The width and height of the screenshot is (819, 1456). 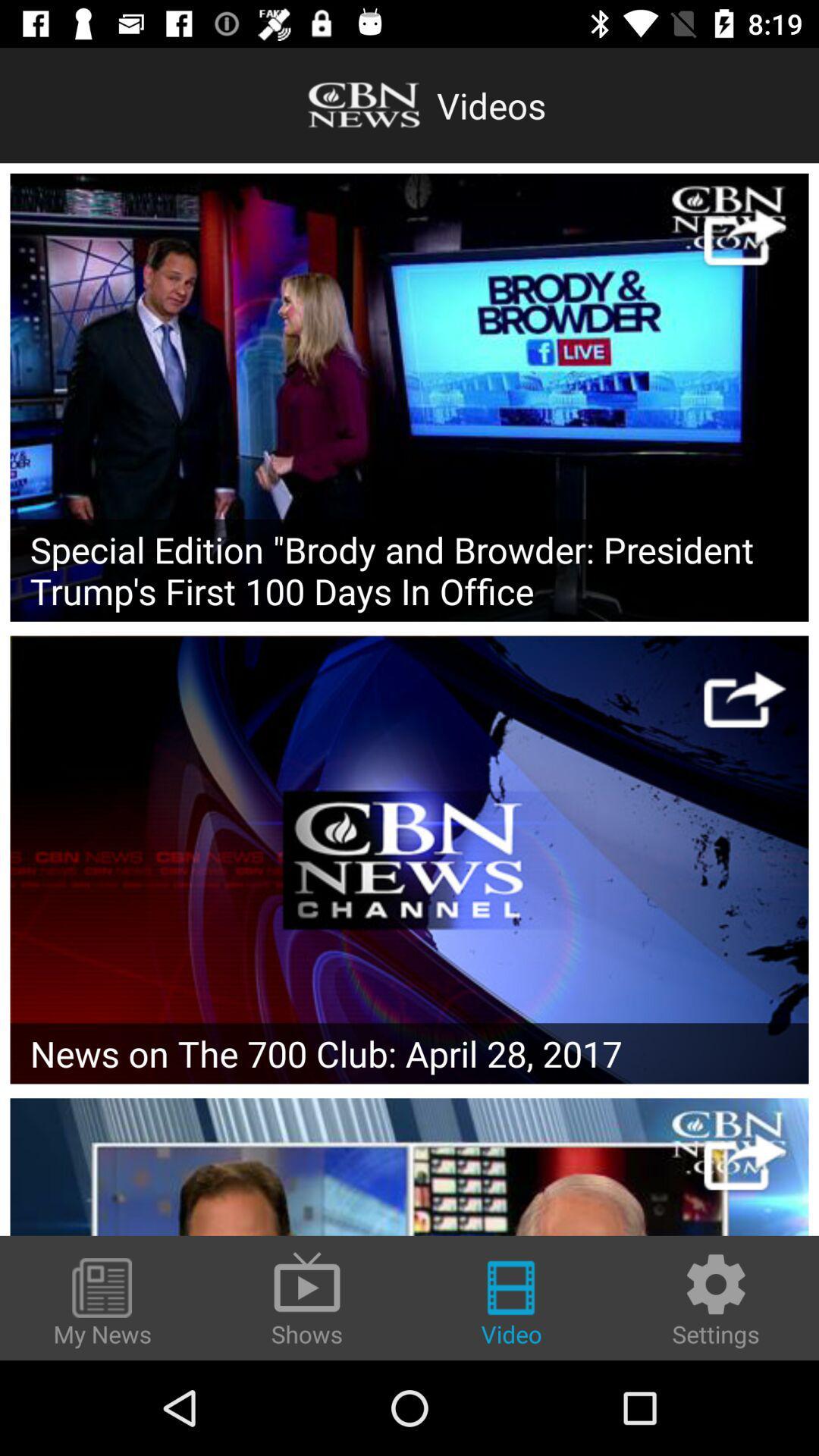 What do you see at coordinates (307, 1297) in the screenshot?
I see `the icon next to video item` at bounding box center [307, 1297].